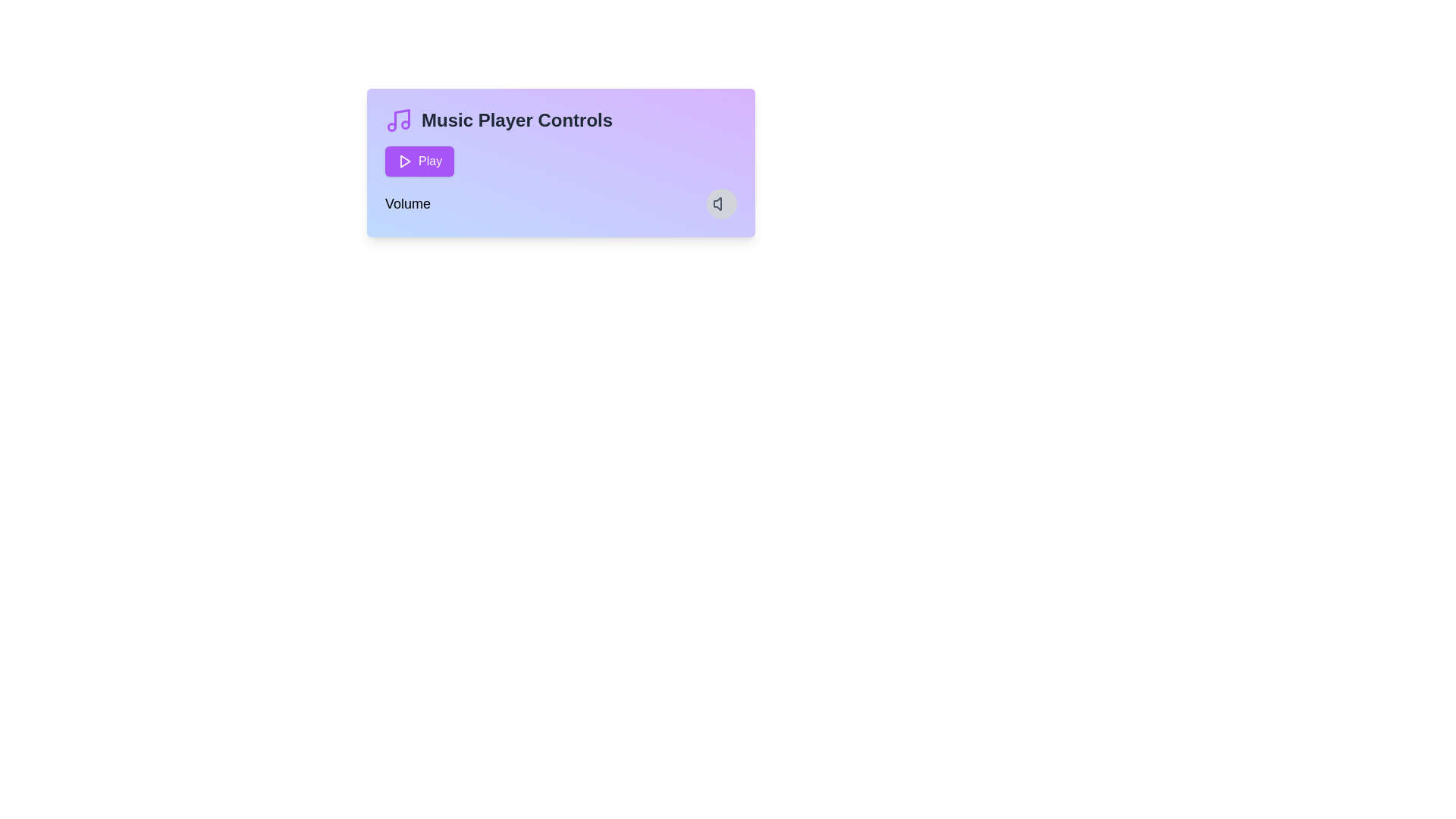 This screenshot has height=819, width=1456. I want to click on the 'Play' button, which is a rectangular button with a purple background, rounded corners, and white text that says 'Play', featuring a play icon pointing to the right, so click(419, 161).